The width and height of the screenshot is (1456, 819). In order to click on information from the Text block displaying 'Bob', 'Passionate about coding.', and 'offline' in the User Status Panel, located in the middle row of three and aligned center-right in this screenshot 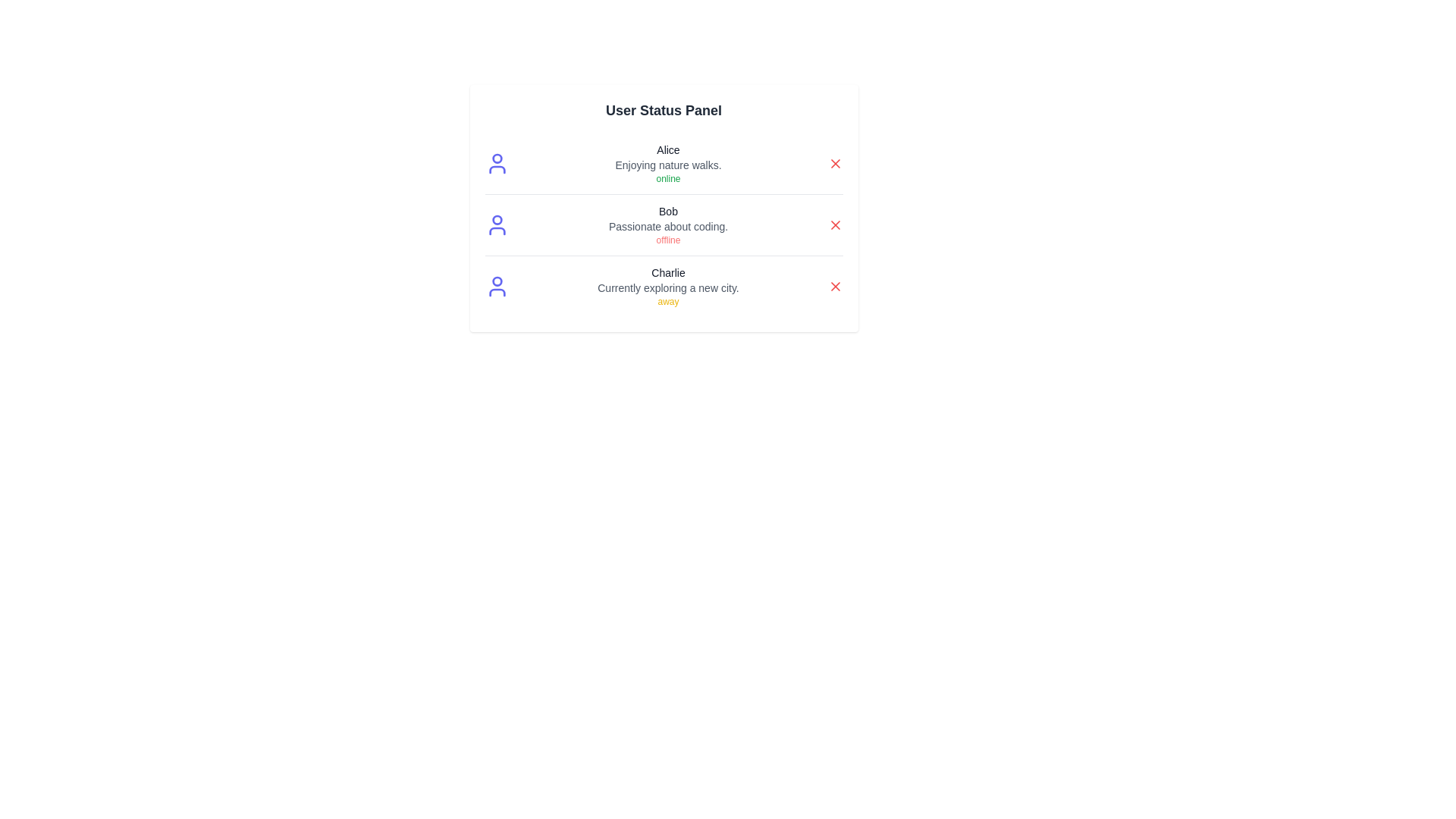, I will do `click(667, 225)`.